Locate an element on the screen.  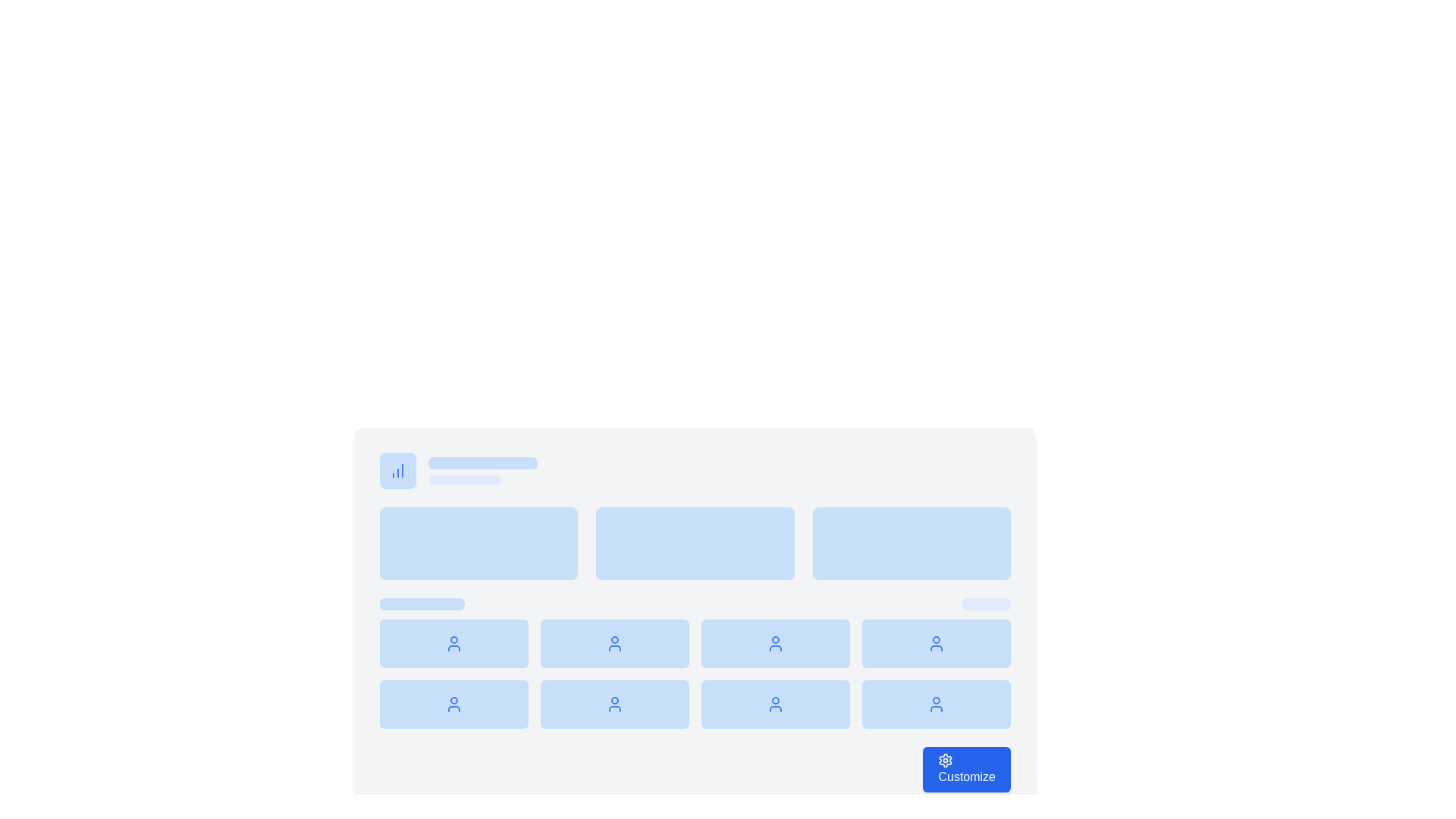
the rectangular card with a light blue background and rounded corners that contains a small user icon in the center, styled in a darker blue color, located in the upper left corner of the layout is located at coordinates (453, 643).